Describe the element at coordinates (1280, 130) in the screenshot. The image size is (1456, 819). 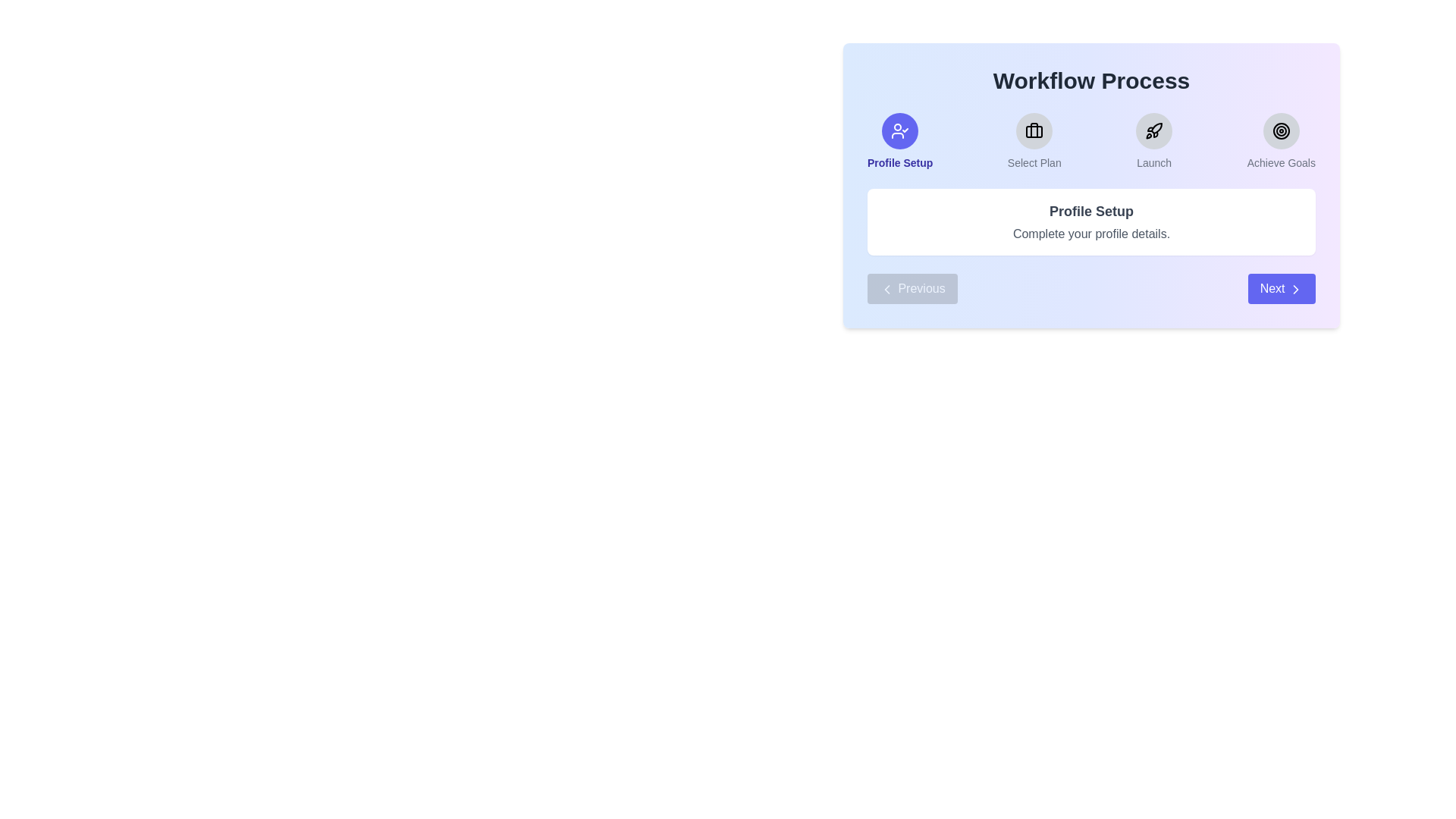
I see `the Achieve Goals step icon to view its details` at that location.